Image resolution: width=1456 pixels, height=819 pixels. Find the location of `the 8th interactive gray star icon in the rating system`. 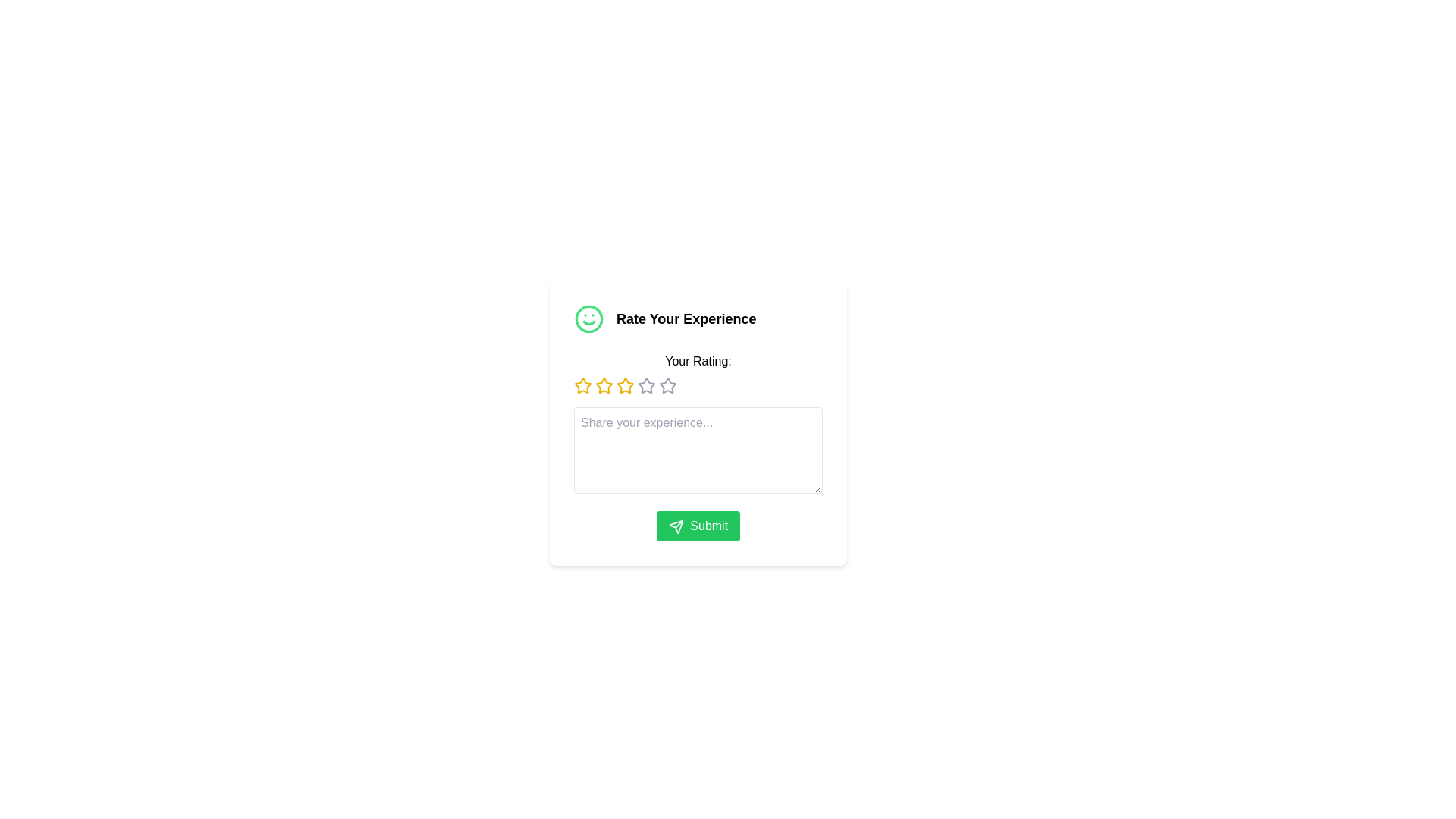

the 8th interactive gray star icon in the rating system is located at coordinates (667, 385).